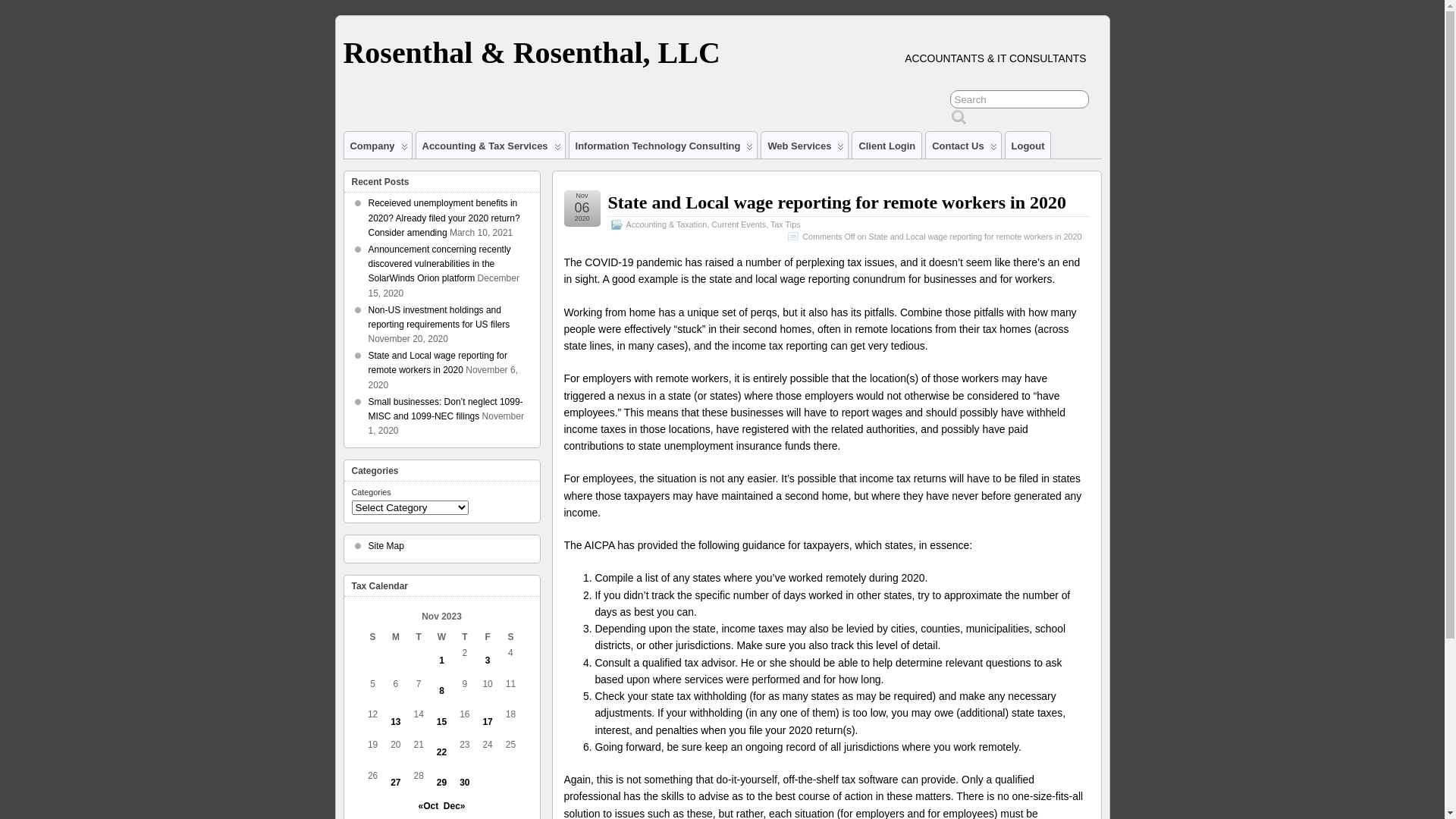 Image resolution: width=1456 pixels, height=819 pixels. Describe the element at coordinates (437, 362) in the screenshot. I see `'State and Local wage reporting for remote workers in 2020'` at that location.